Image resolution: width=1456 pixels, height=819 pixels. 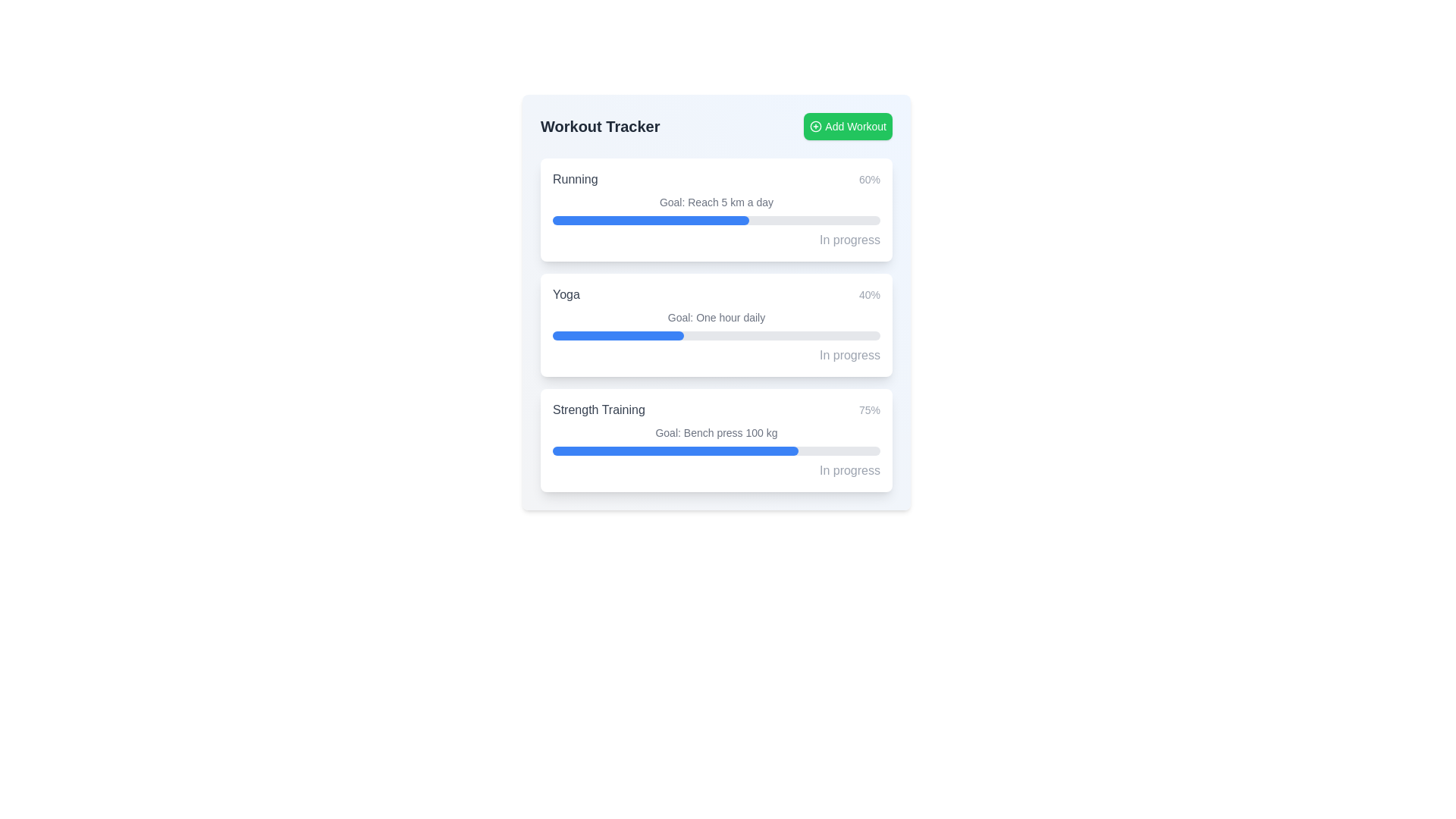 I want to click on the progress bar within the first task entry titled 'Running', which visually indicates the completion percentage of the task, so click(x=651, y=220).